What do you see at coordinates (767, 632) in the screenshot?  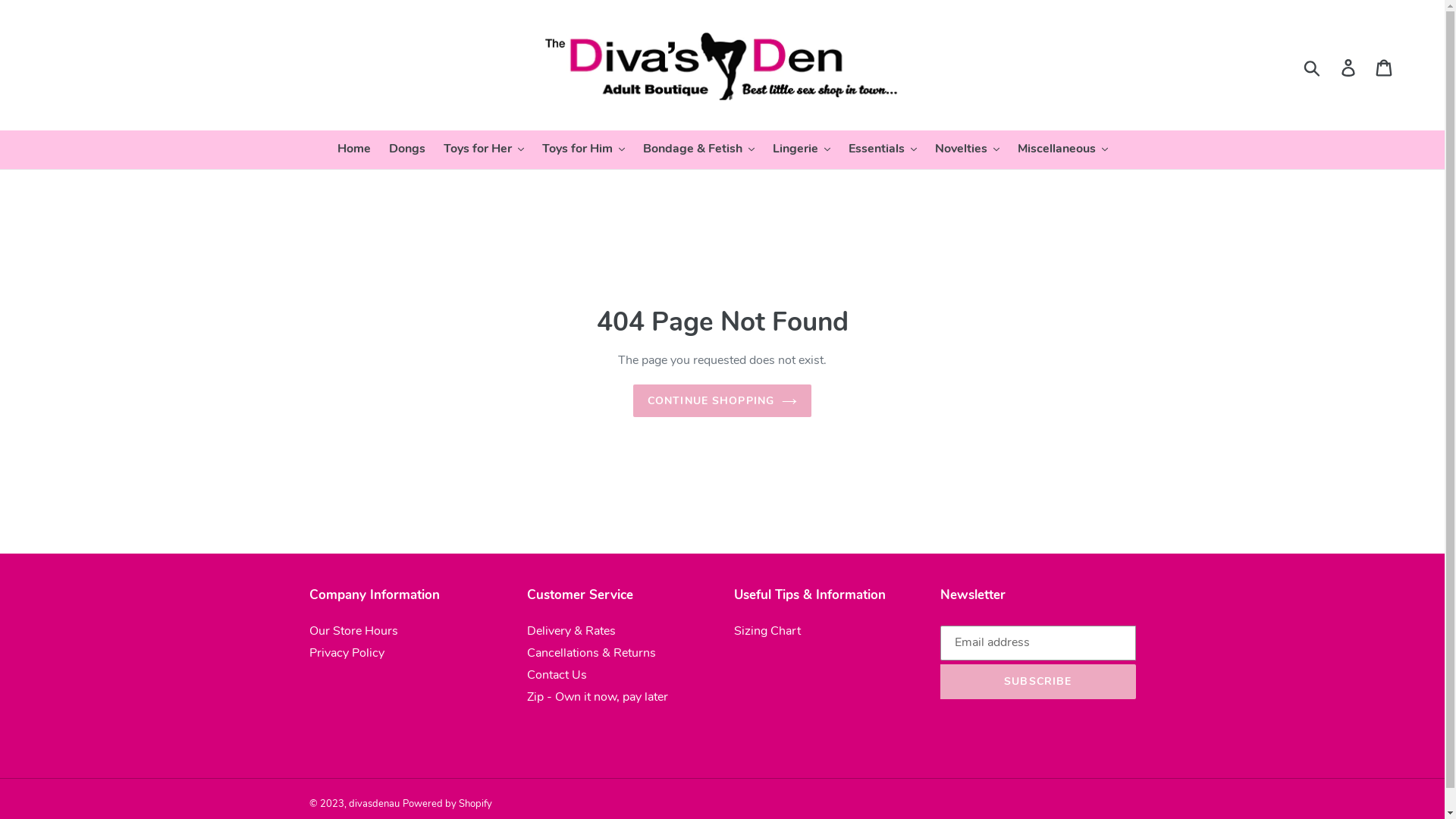 I see `'Sizing Chart'` at bounding box center [767, 632].